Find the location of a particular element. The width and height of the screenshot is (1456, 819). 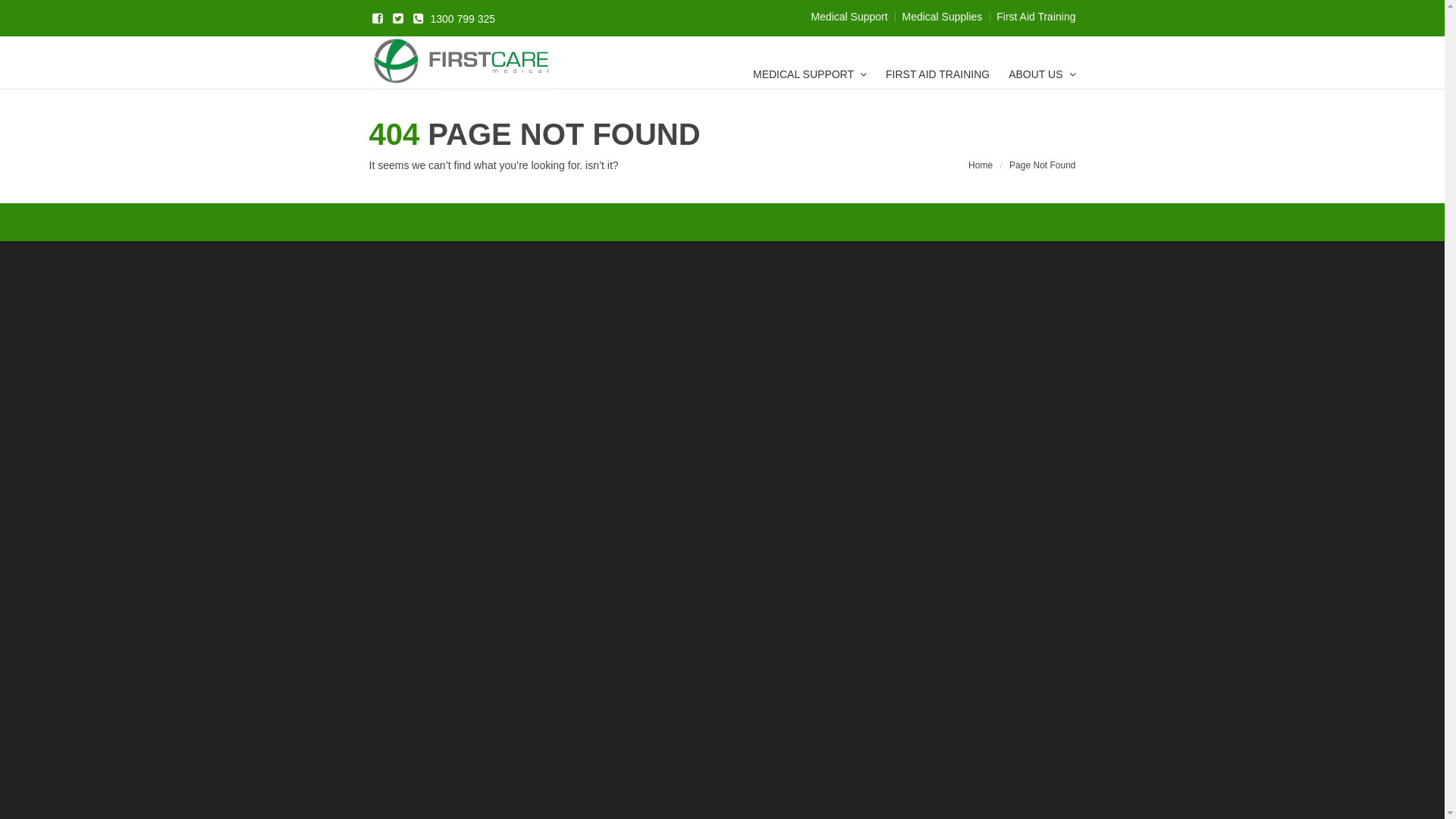

'MEDICAL SUPPORT' is located at coordinates (809, 75).